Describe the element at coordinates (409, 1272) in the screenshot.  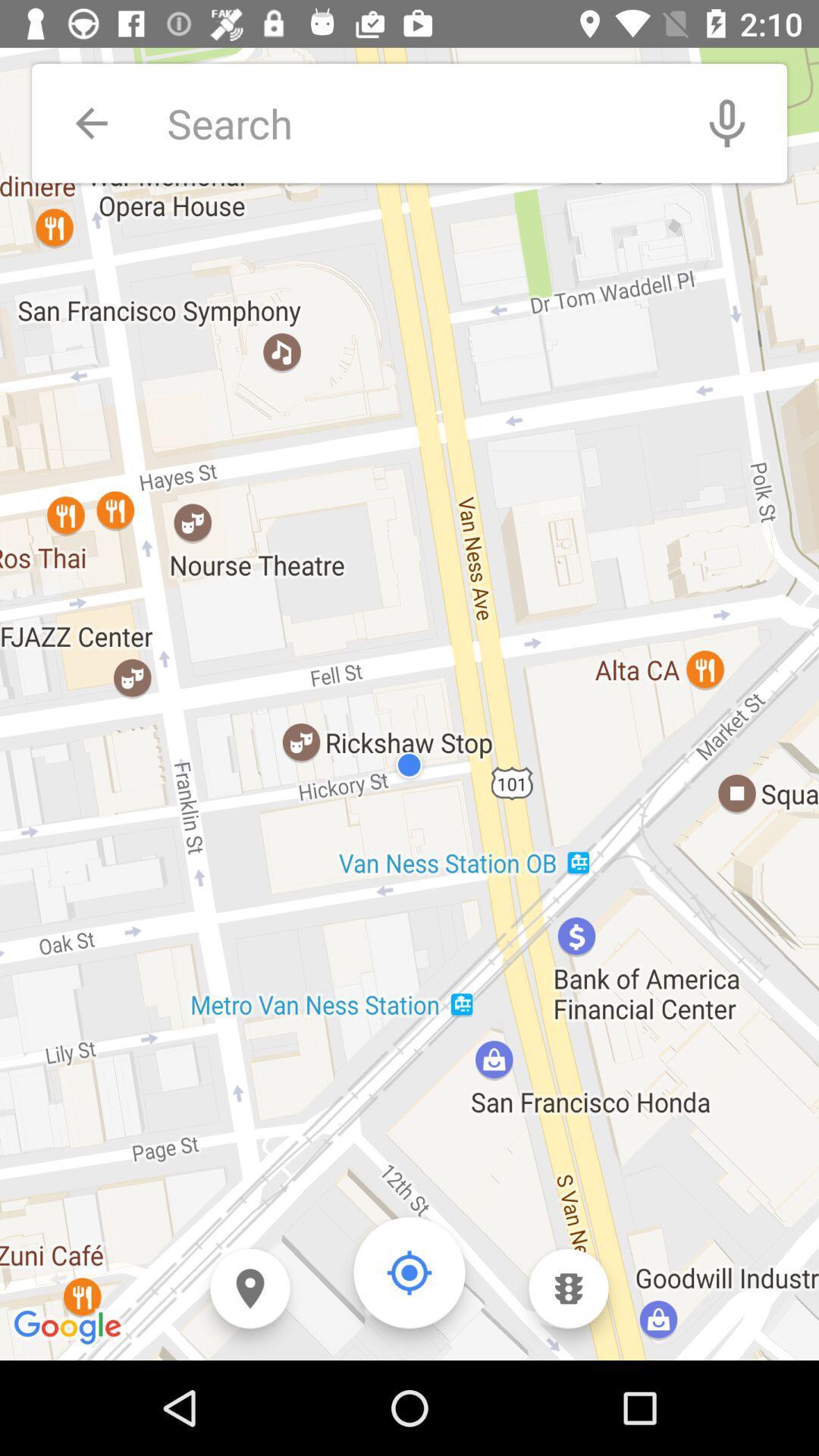
I see `the location_crosshair icon` at that location.